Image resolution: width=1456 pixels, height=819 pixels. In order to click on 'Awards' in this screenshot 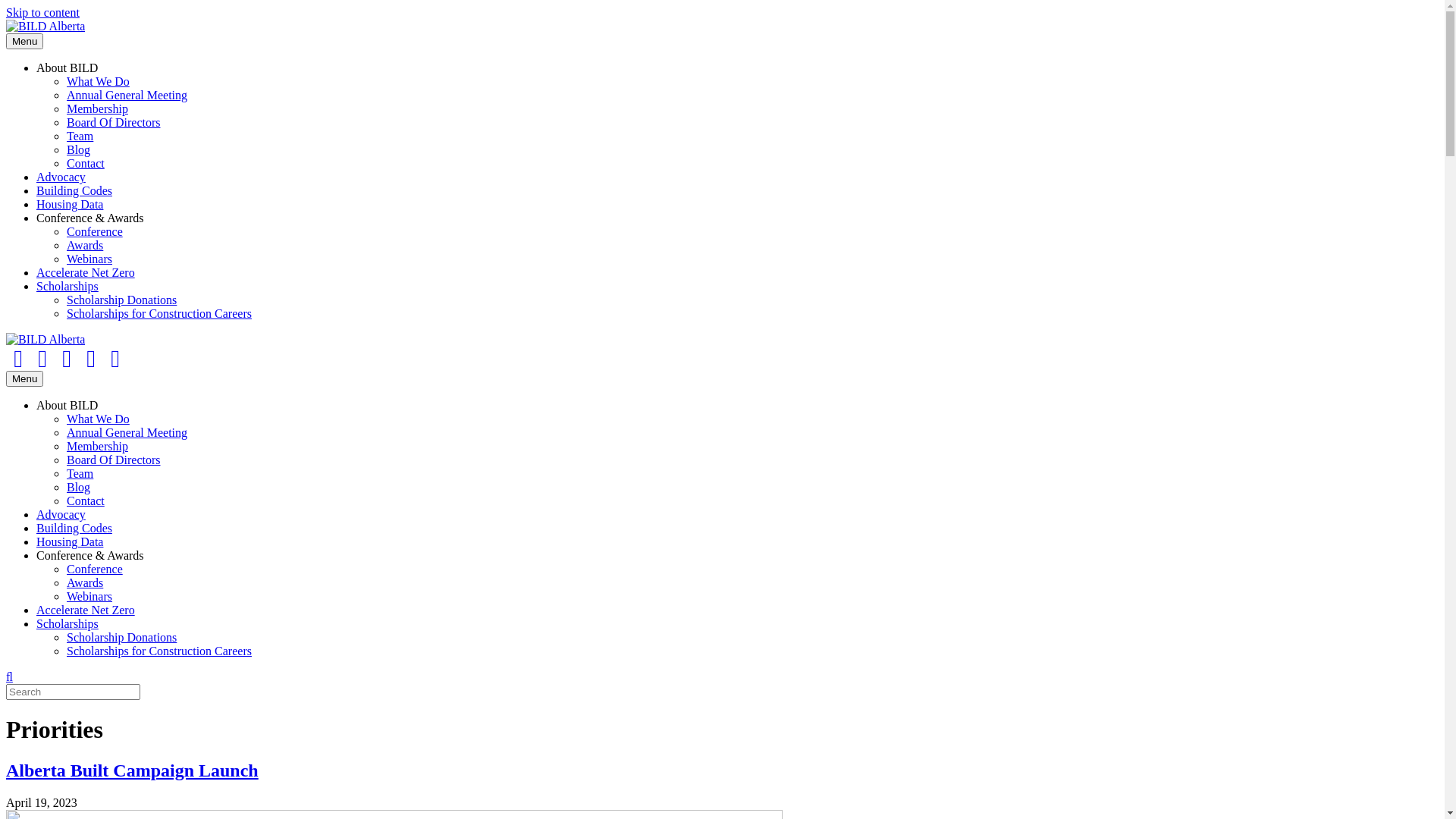, I will do `click(65, 582)`.